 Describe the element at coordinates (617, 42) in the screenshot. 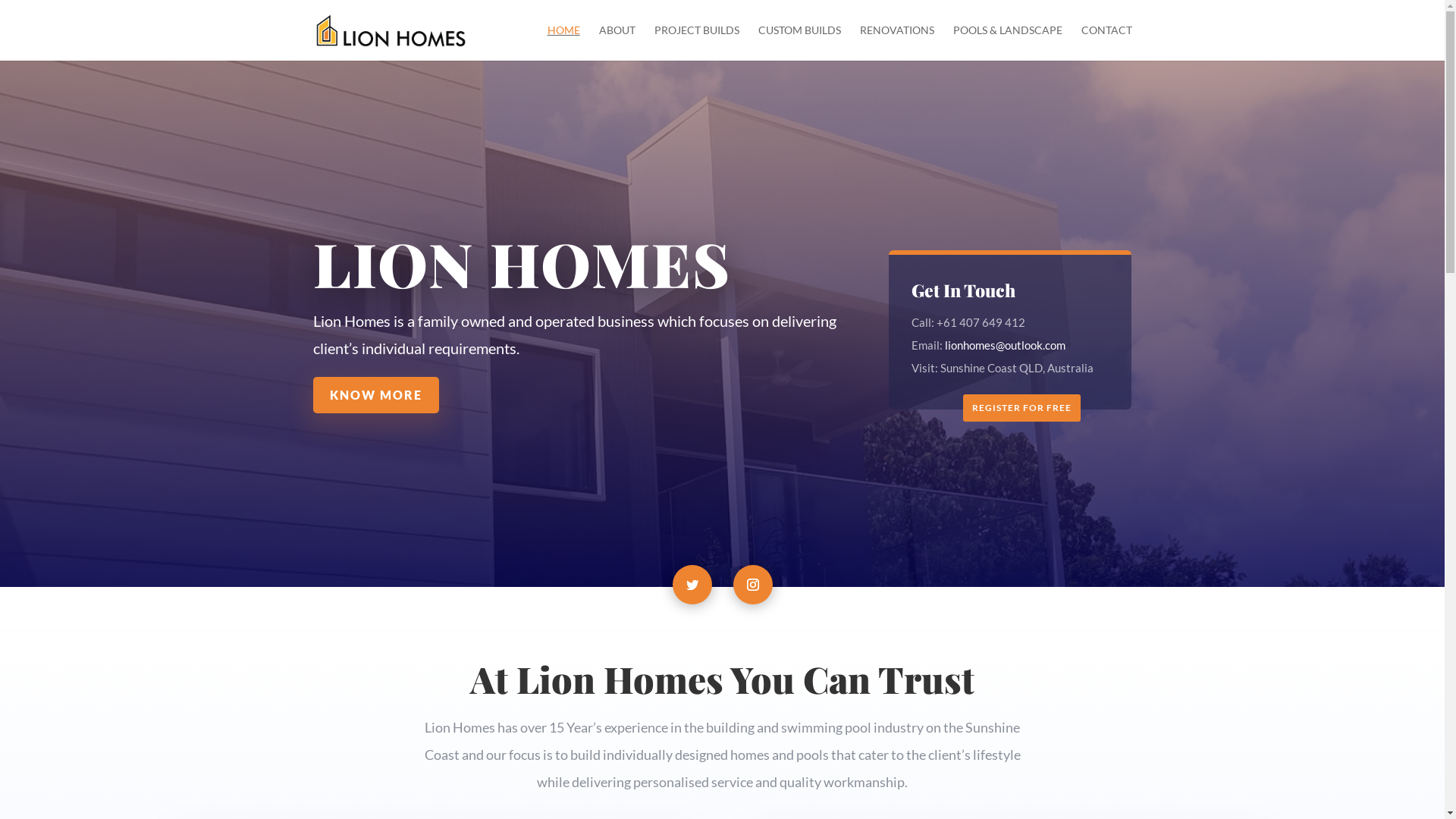

I see `'ABOUT'` at that location.